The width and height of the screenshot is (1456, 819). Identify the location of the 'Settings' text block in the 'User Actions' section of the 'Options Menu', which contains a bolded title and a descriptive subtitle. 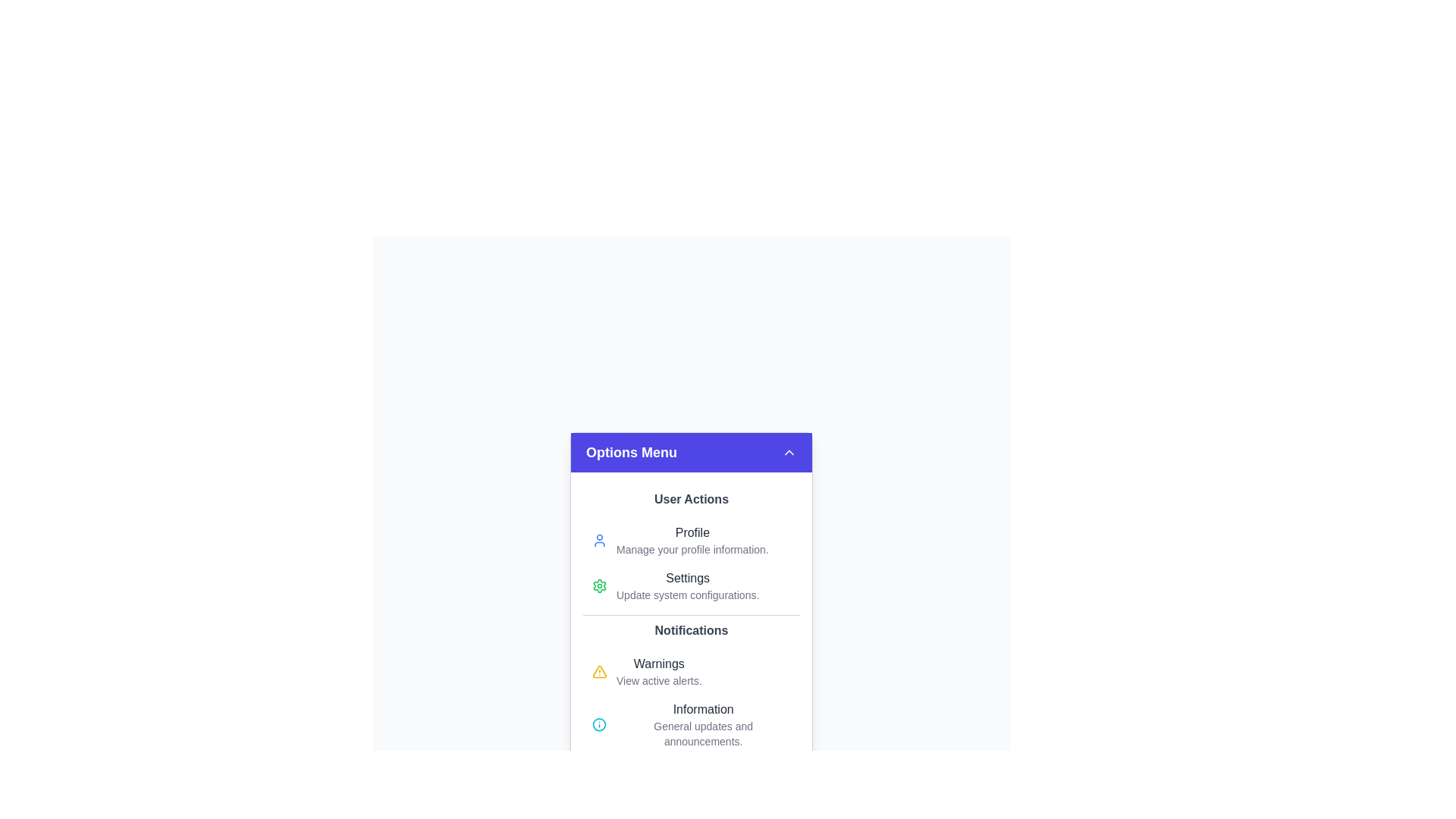
(687, 585).